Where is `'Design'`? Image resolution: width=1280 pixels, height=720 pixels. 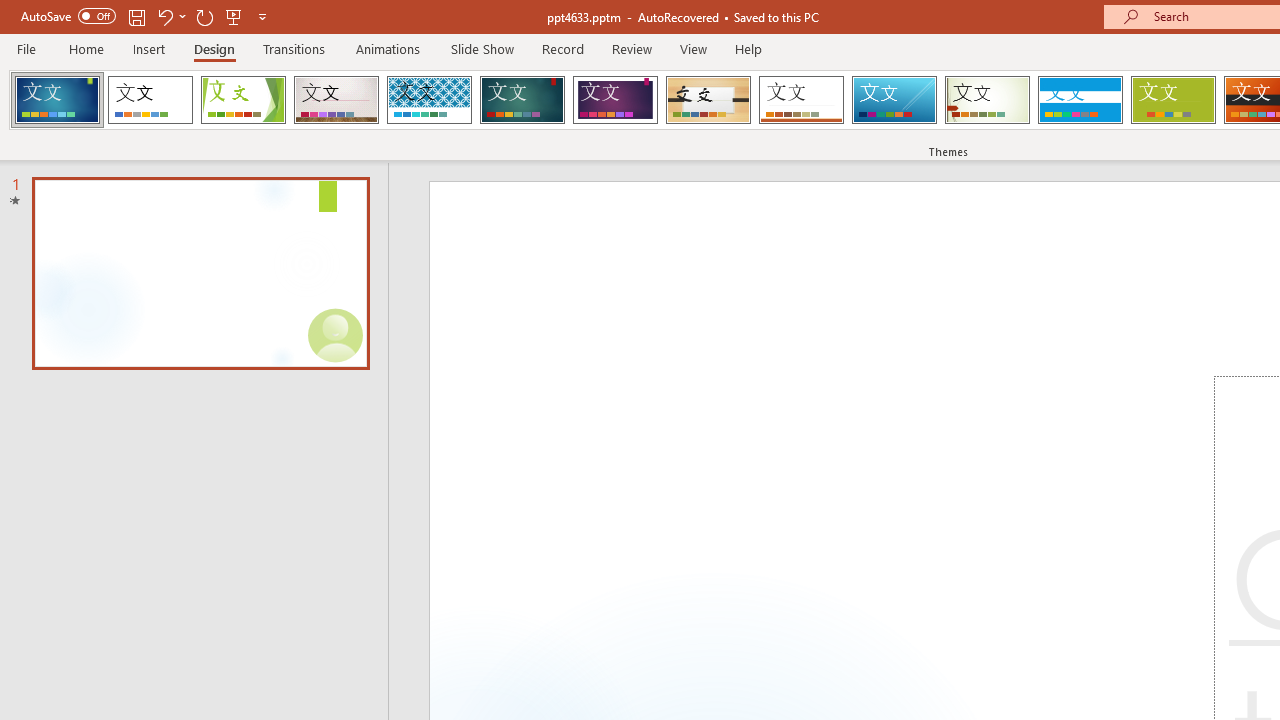
'Design' is located at coordinates (214, 48).